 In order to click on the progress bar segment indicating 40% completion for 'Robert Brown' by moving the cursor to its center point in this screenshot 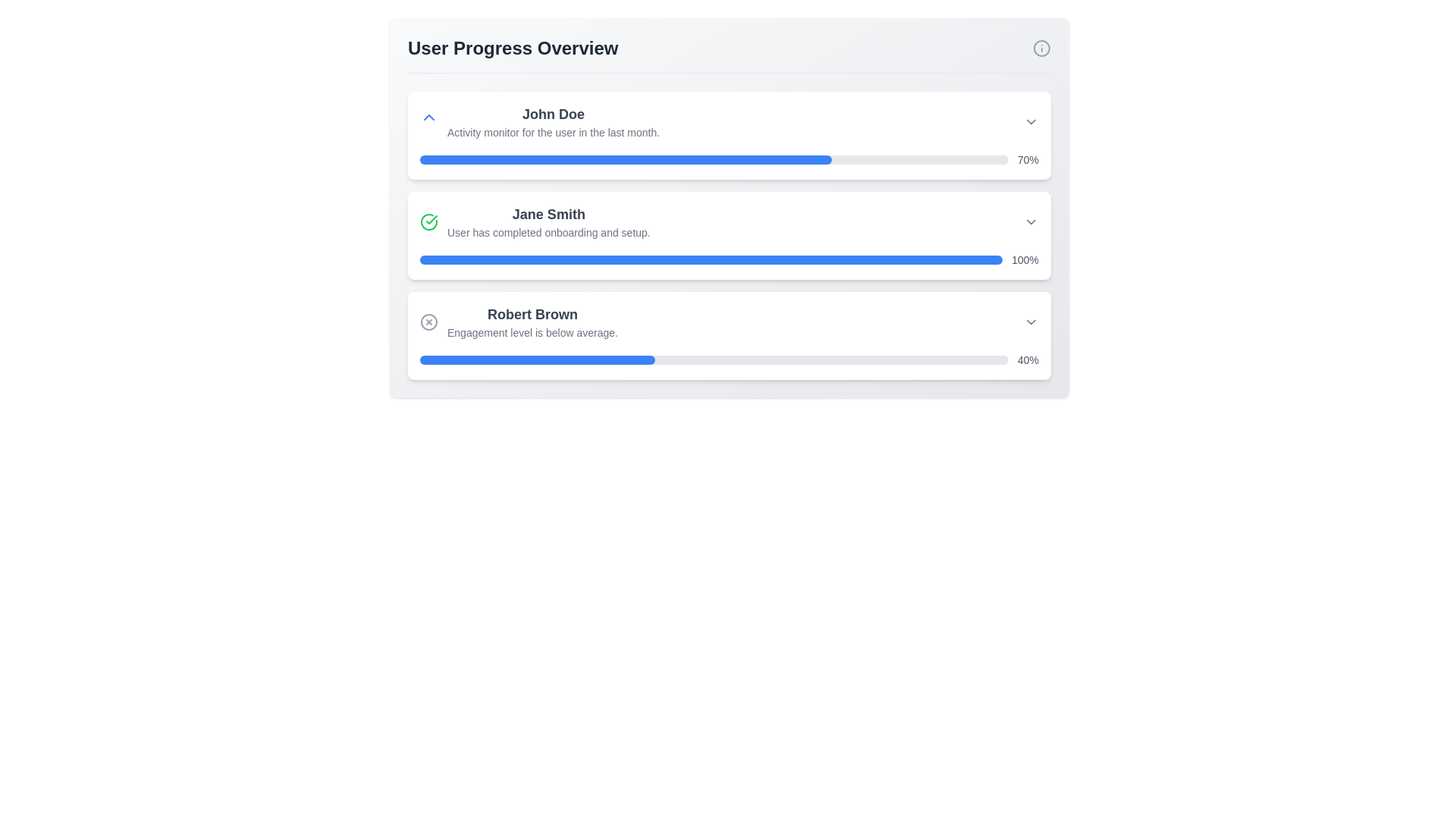, I will do `click(538, 359)`.